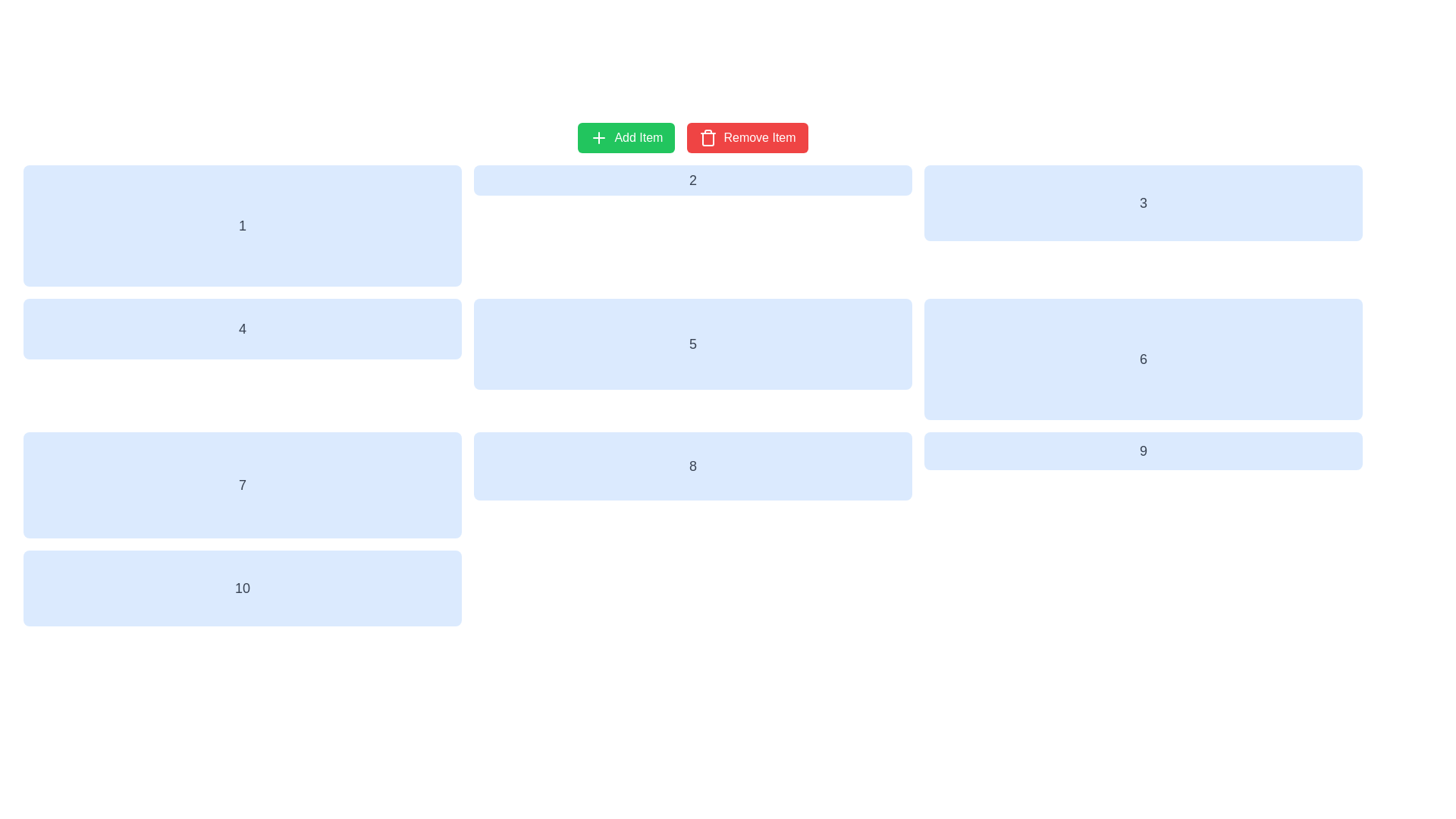 The height and width of the screenshot is (819, 1456). I want to click on the text label displaying the number '7', which is centered within the rectangular box labeled '8' in a grid layout, so click(243, 485).